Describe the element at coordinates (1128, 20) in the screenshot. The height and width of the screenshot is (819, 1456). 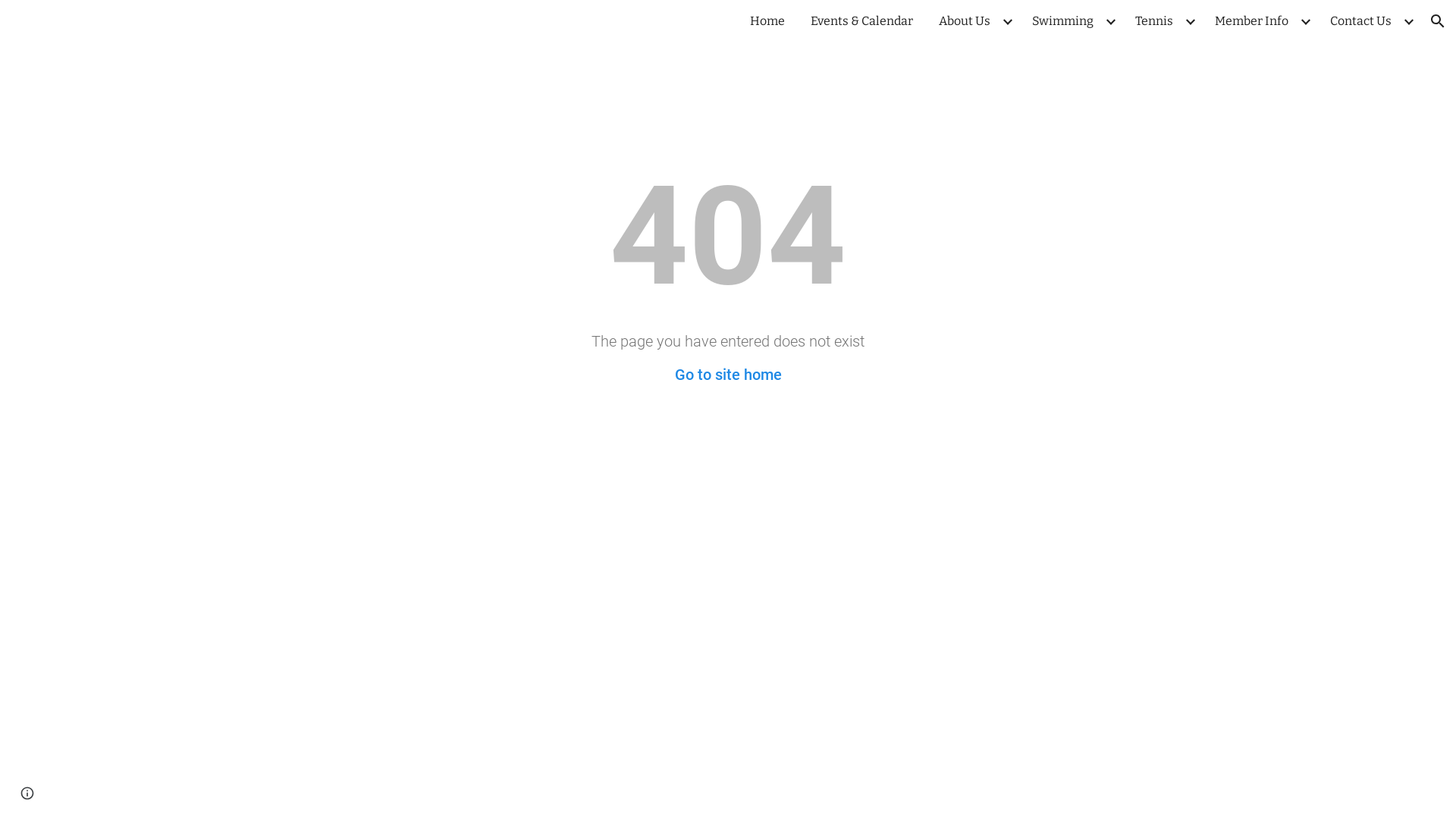
I see `'Tennis'` at that location.